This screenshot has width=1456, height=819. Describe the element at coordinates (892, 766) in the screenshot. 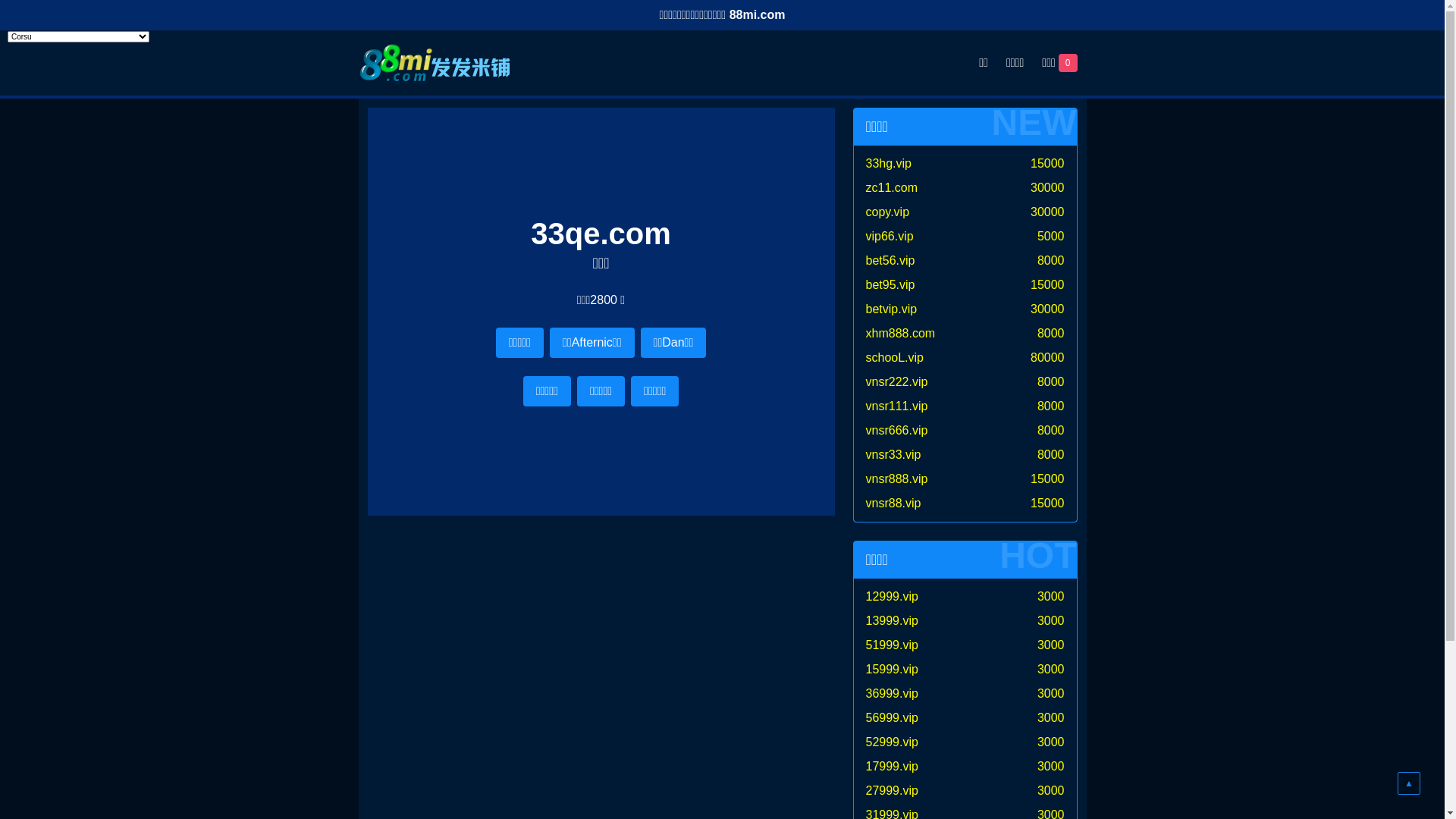

I see `'17999.vip'` at that location.